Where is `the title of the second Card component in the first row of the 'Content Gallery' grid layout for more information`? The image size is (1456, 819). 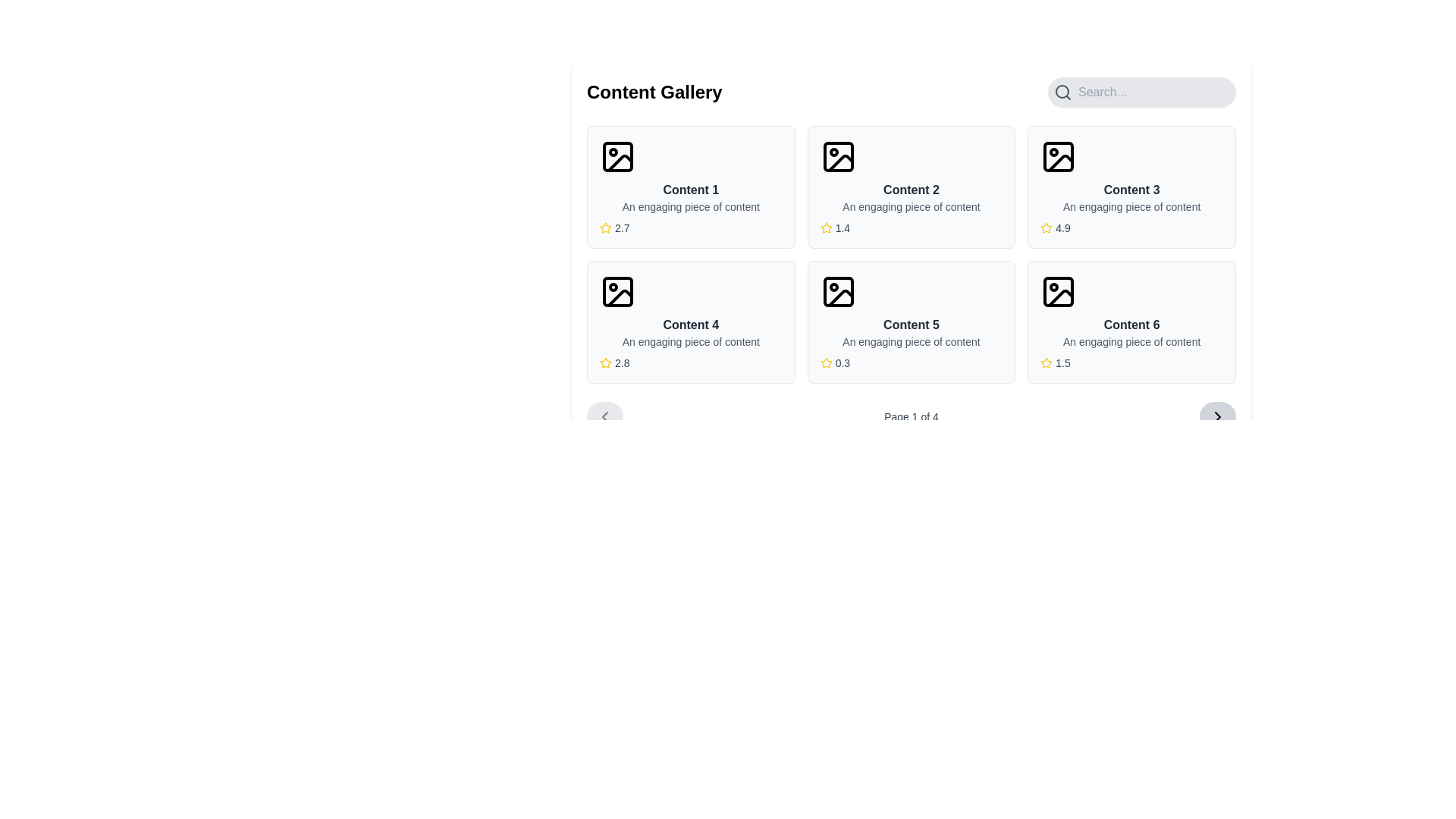
the title of the second Card component in the first row of the 'Content Gallery' grid layout for more information is located at coordinates (910, 186).